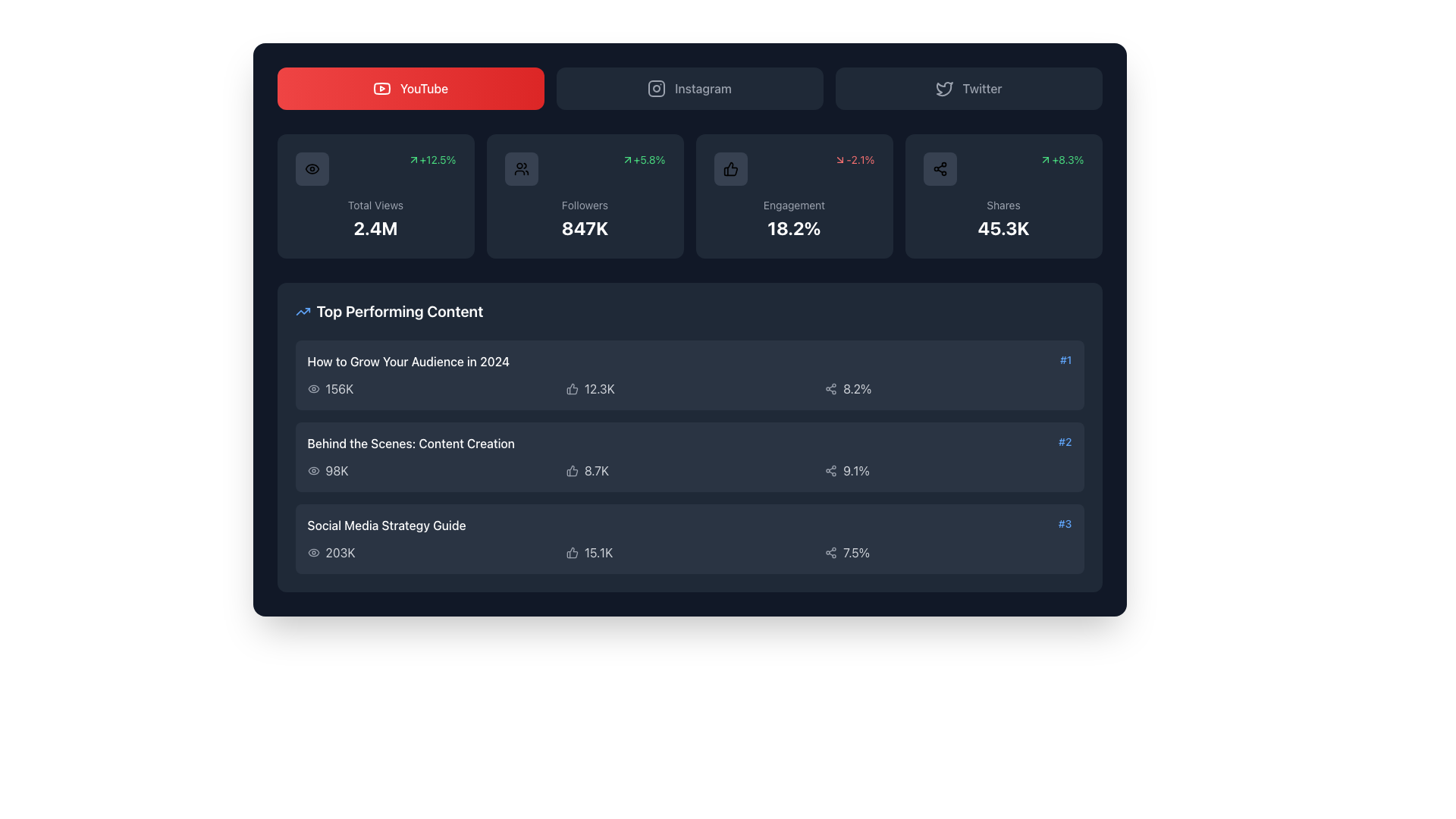  Describe the element at coordinates (1045, 160) in the screenshot. I see `the upward-right arrow icon with a green stroke, located at the top-right of the rectangle showing 'Shares' information, adjacent to the '+8.3%' text` at that location.